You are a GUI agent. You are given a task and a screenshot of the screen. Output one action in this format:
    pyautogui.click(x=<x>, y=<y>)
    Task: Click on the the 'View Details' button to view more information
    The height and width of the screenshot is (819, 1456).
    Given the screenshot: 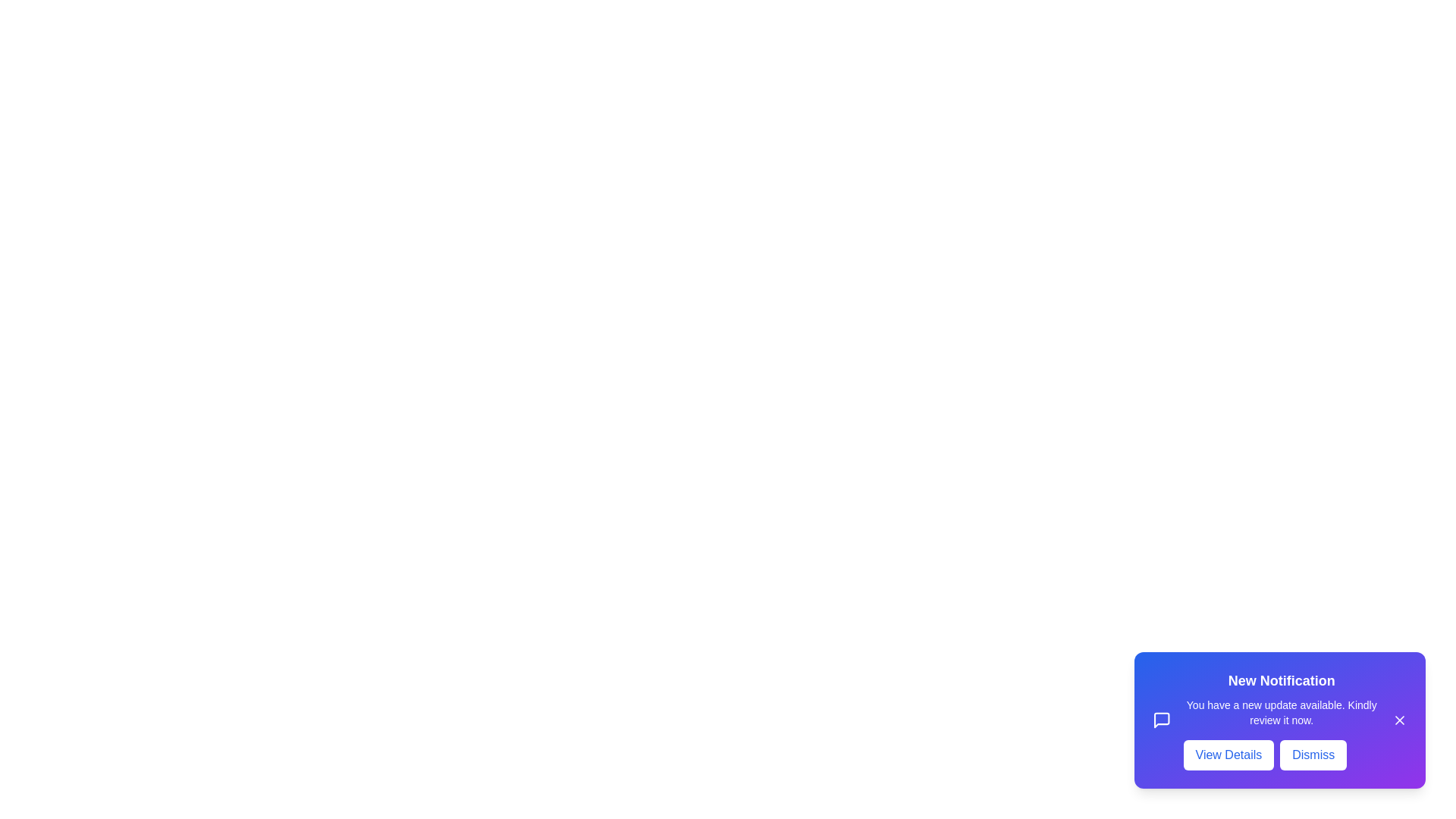 What is the action you would take?
    pyautogui.click(x=1228, y=755)
    